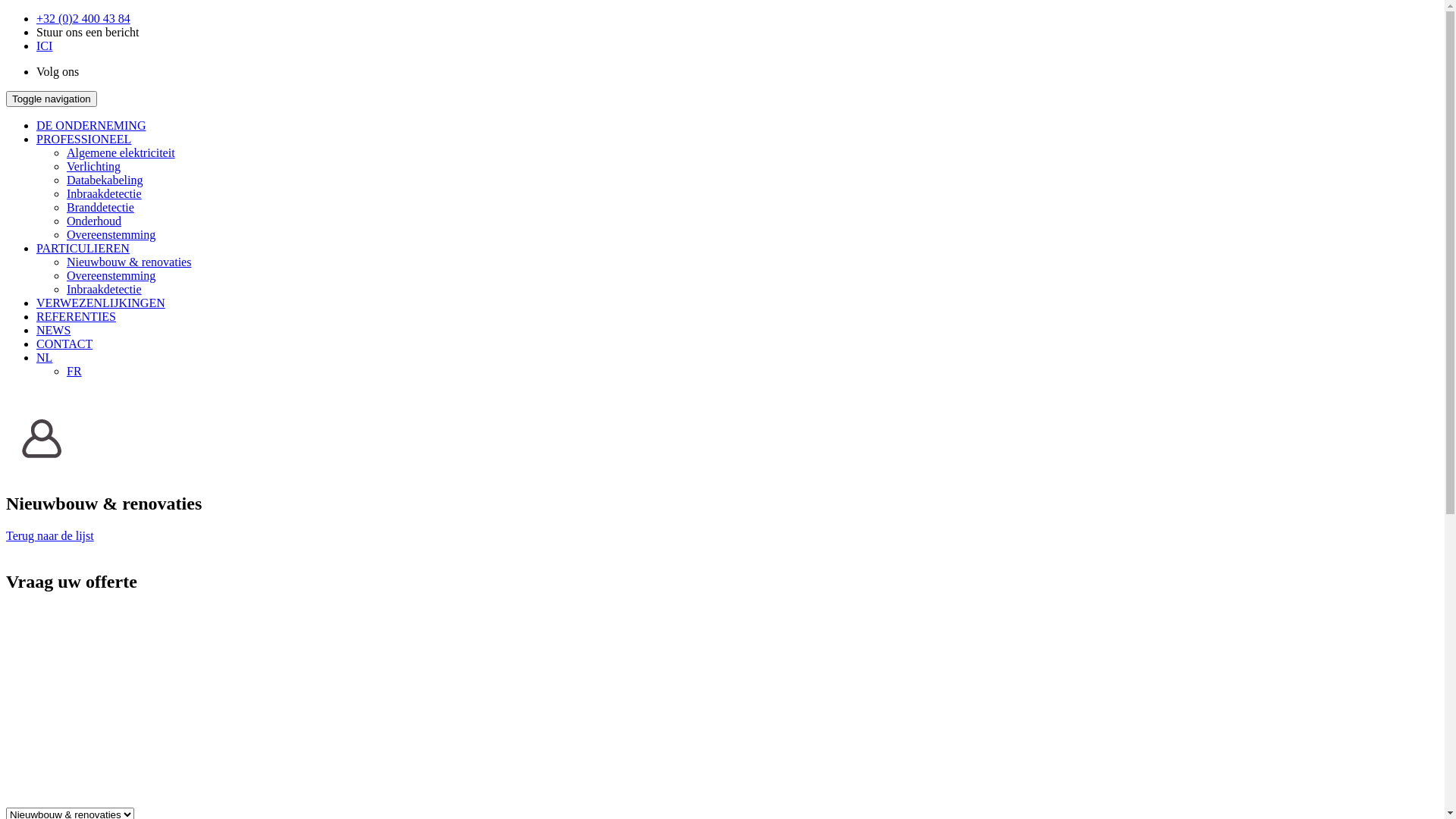 This screenshot has width=1456, height=819. Describe the element at coordinates (120, 152) in the screenshot. I see `'Algemene elektriciteit'` at that location.